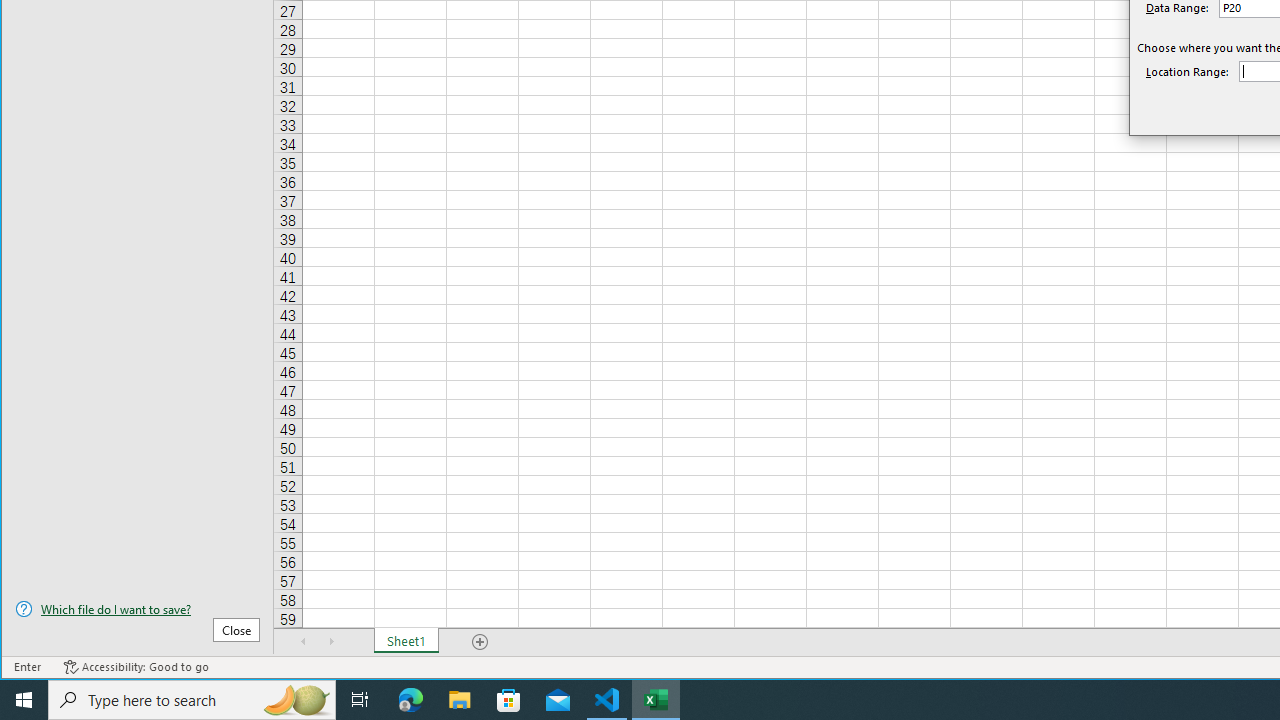 This screenshot has width=1280, height=720. What do you see at coordinates (459, 698) in the screenshot?
I see `'File Explorer'` at bounding box center [459, 698].